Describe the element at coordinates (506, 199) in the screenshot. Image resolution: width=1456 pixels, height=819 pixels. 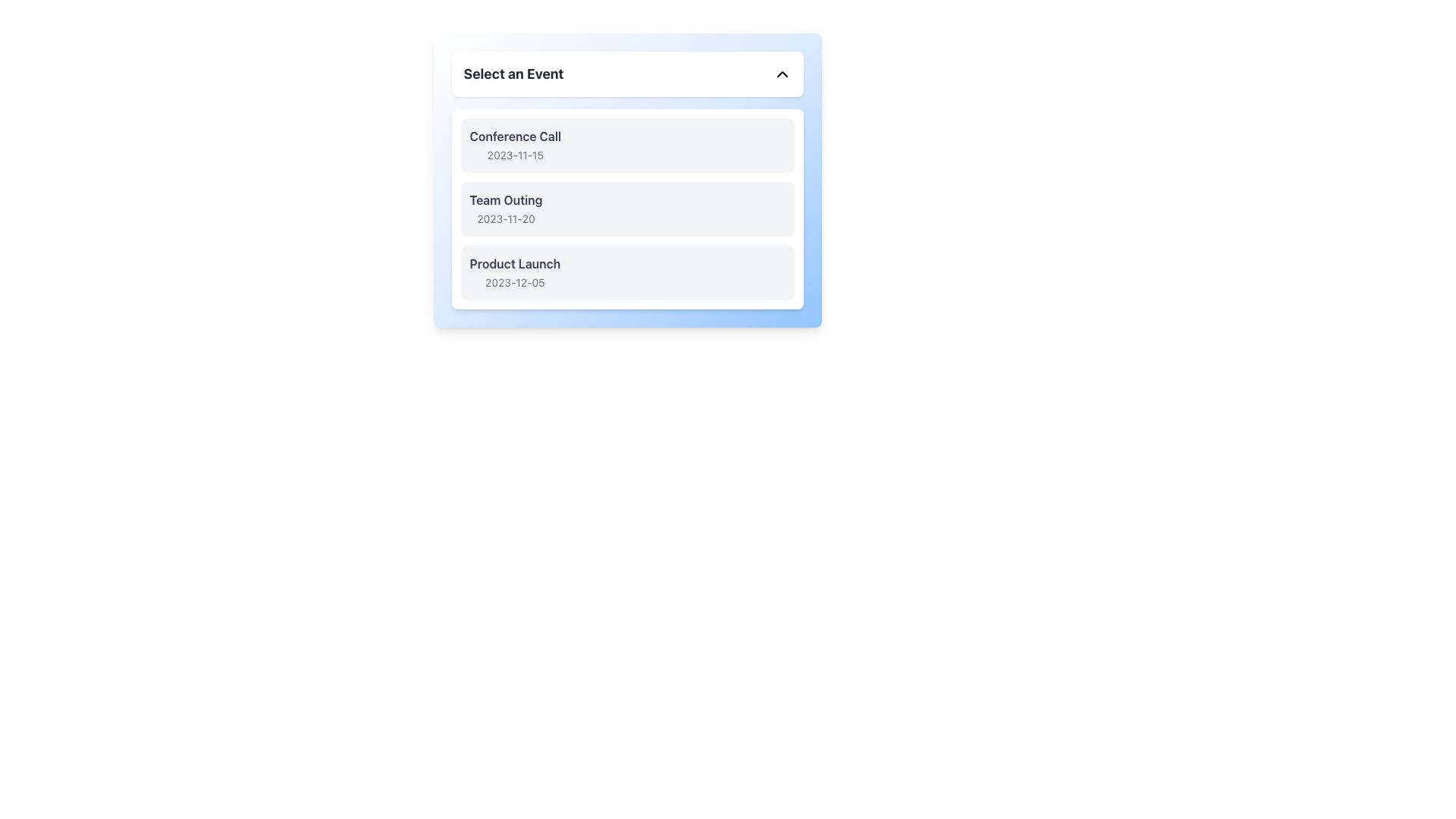
I see `the 'Team Outing' text label in the dropdown list, which is styled with bold font weight and gray color, located under the title 'Select an Event'` at that location.